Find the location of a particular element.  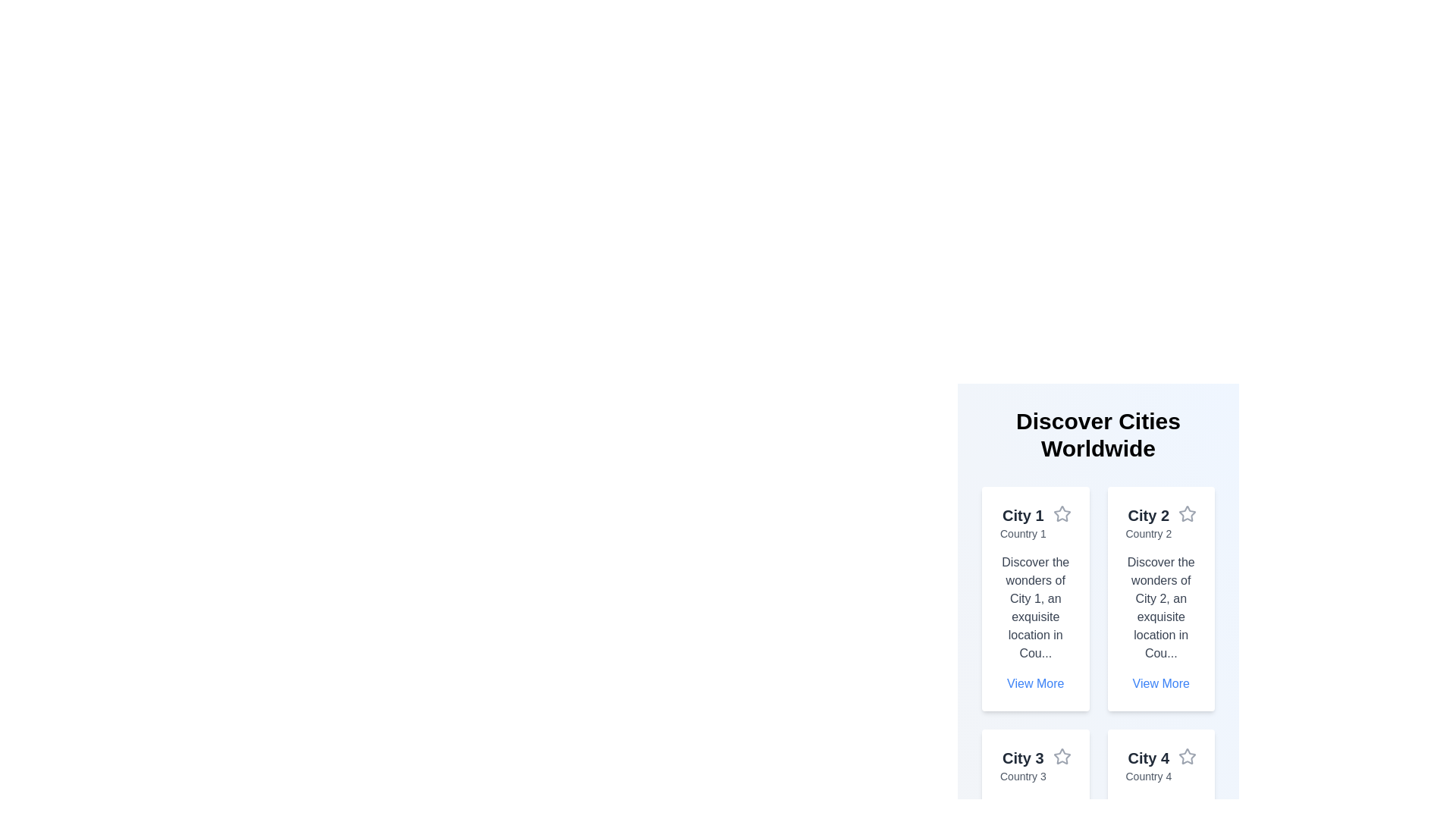

the star-shaped interactive icon located to the right of the text area describing 'City 1' and 'Country 1' for additional interaction feedback is located at coordinates (1061, 513).